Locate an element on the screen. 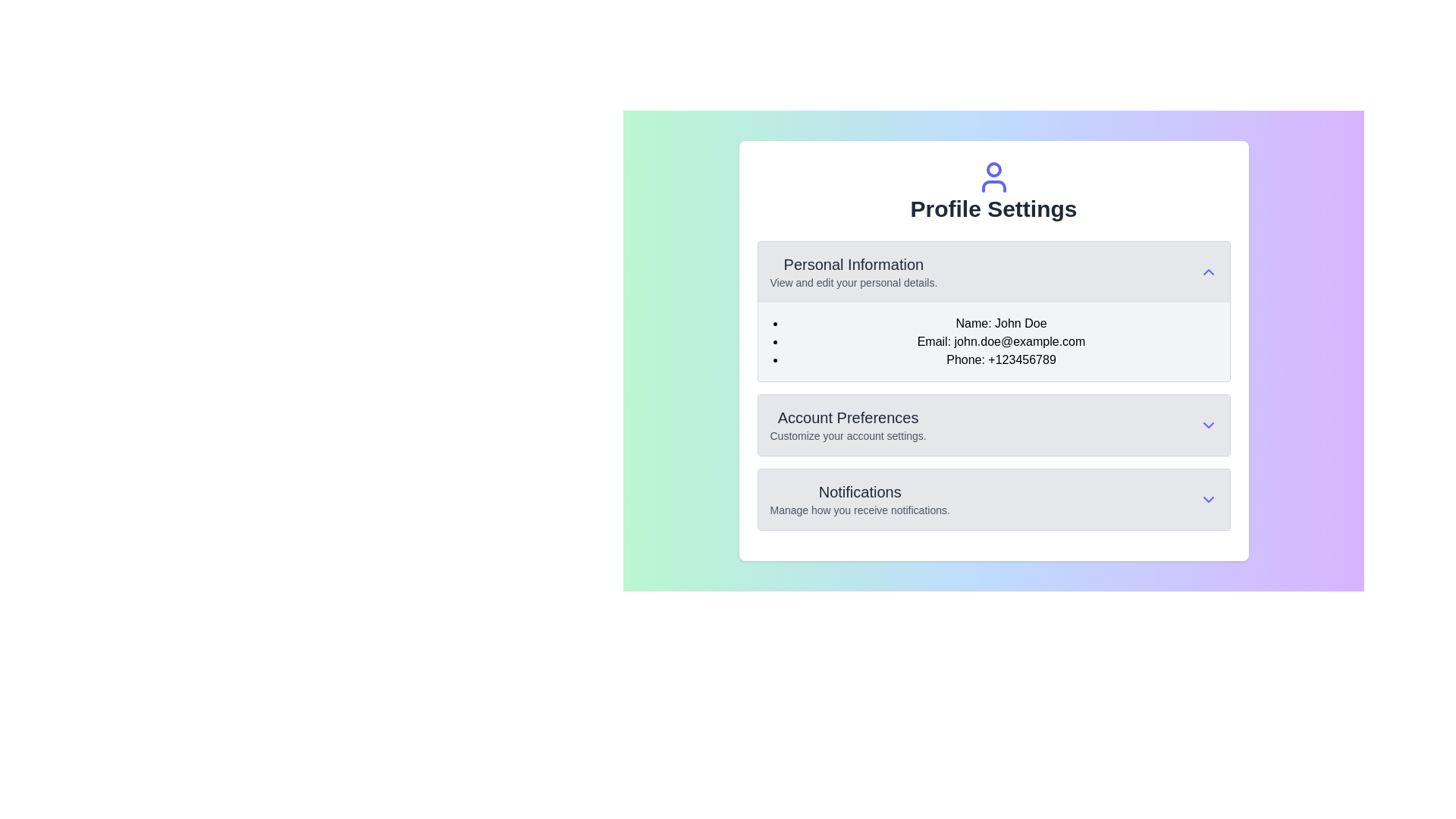  the 'Account Preferences' text component, which includes a bold header and a subtext for customizing account settings, located in the Profile Settings panel is located at coordinates (847, 425).